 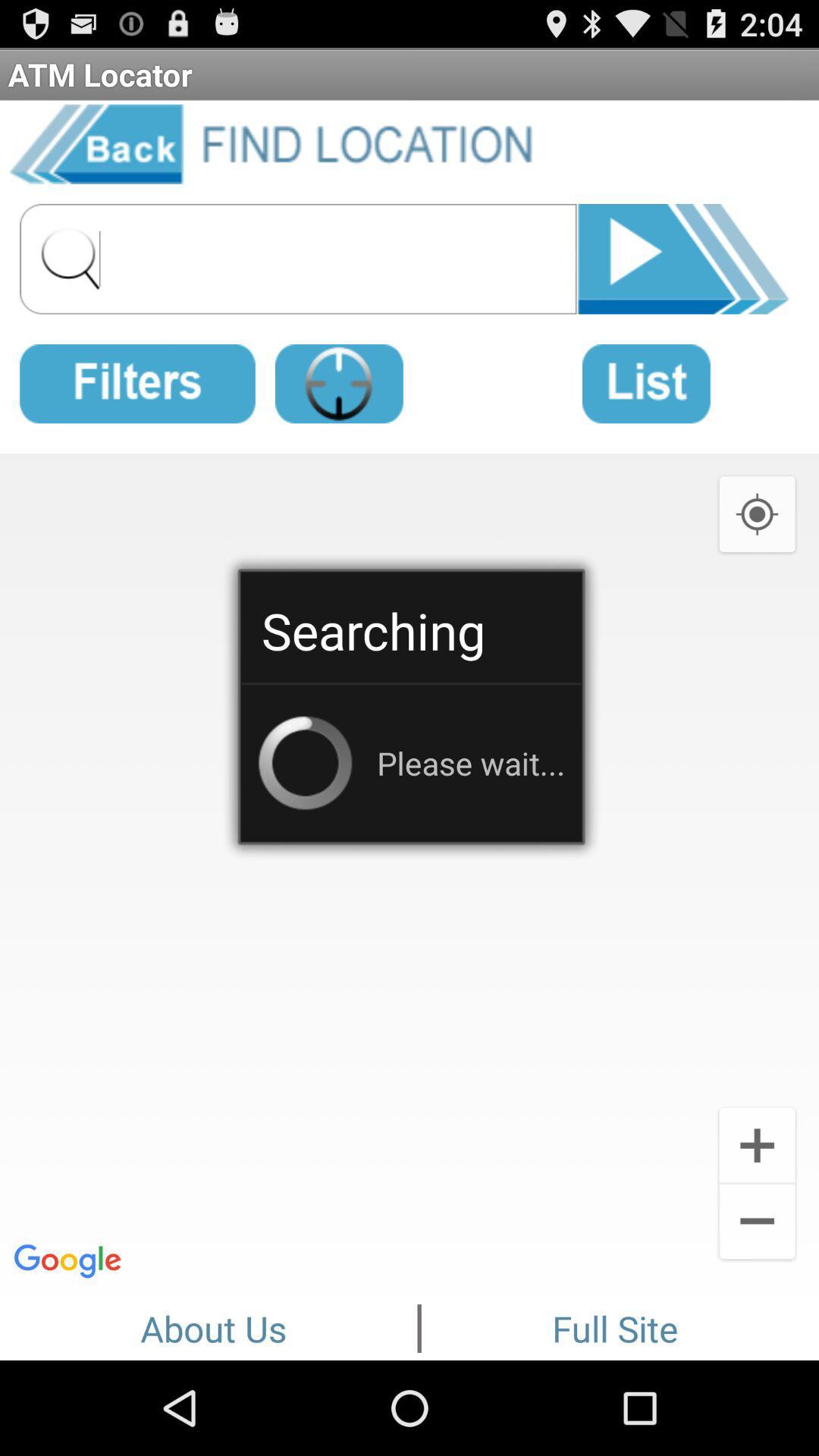 I want to click on icon at the center, so click(x=409, y=871).